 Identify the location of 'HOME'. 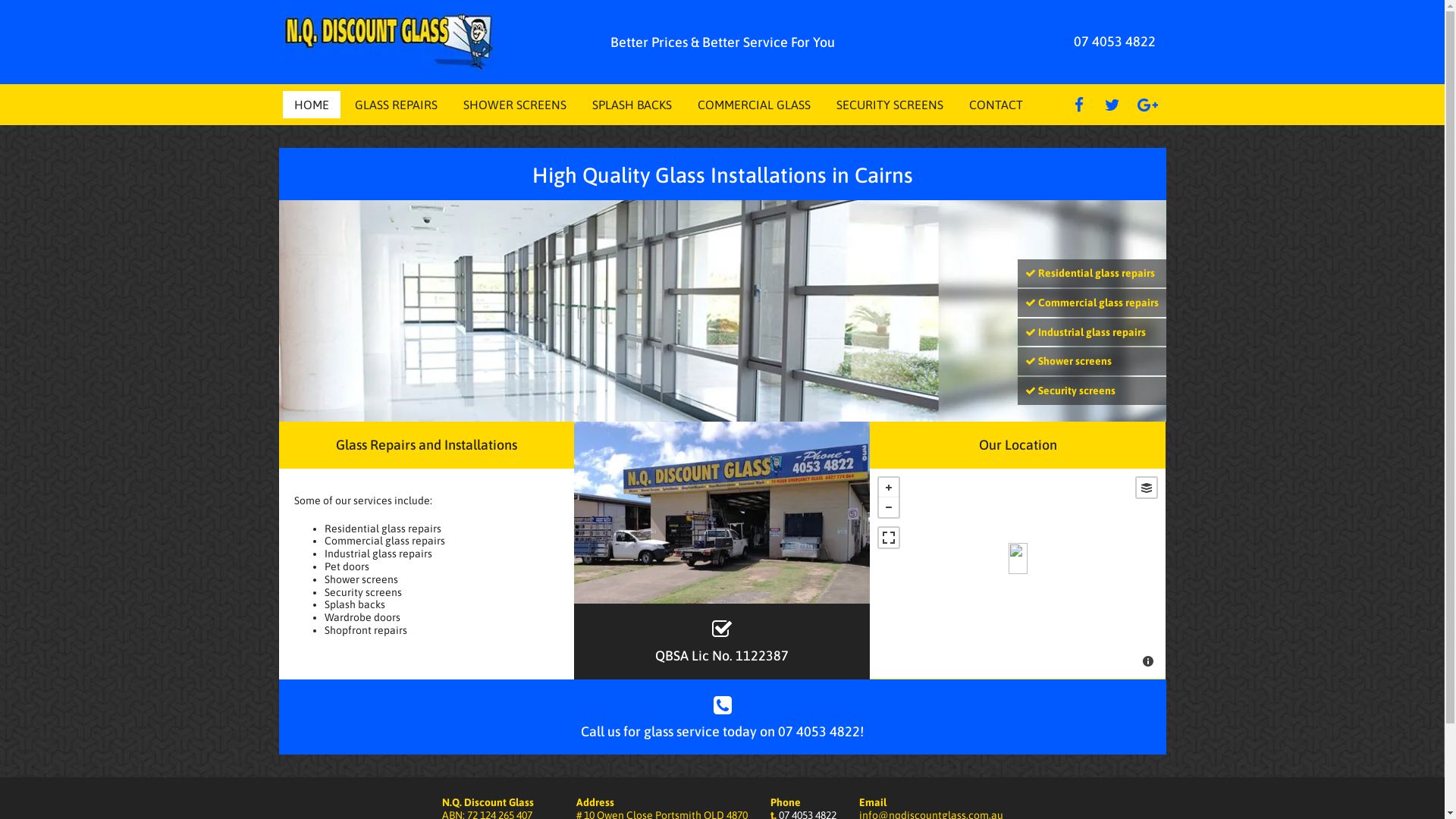
(294, 104).